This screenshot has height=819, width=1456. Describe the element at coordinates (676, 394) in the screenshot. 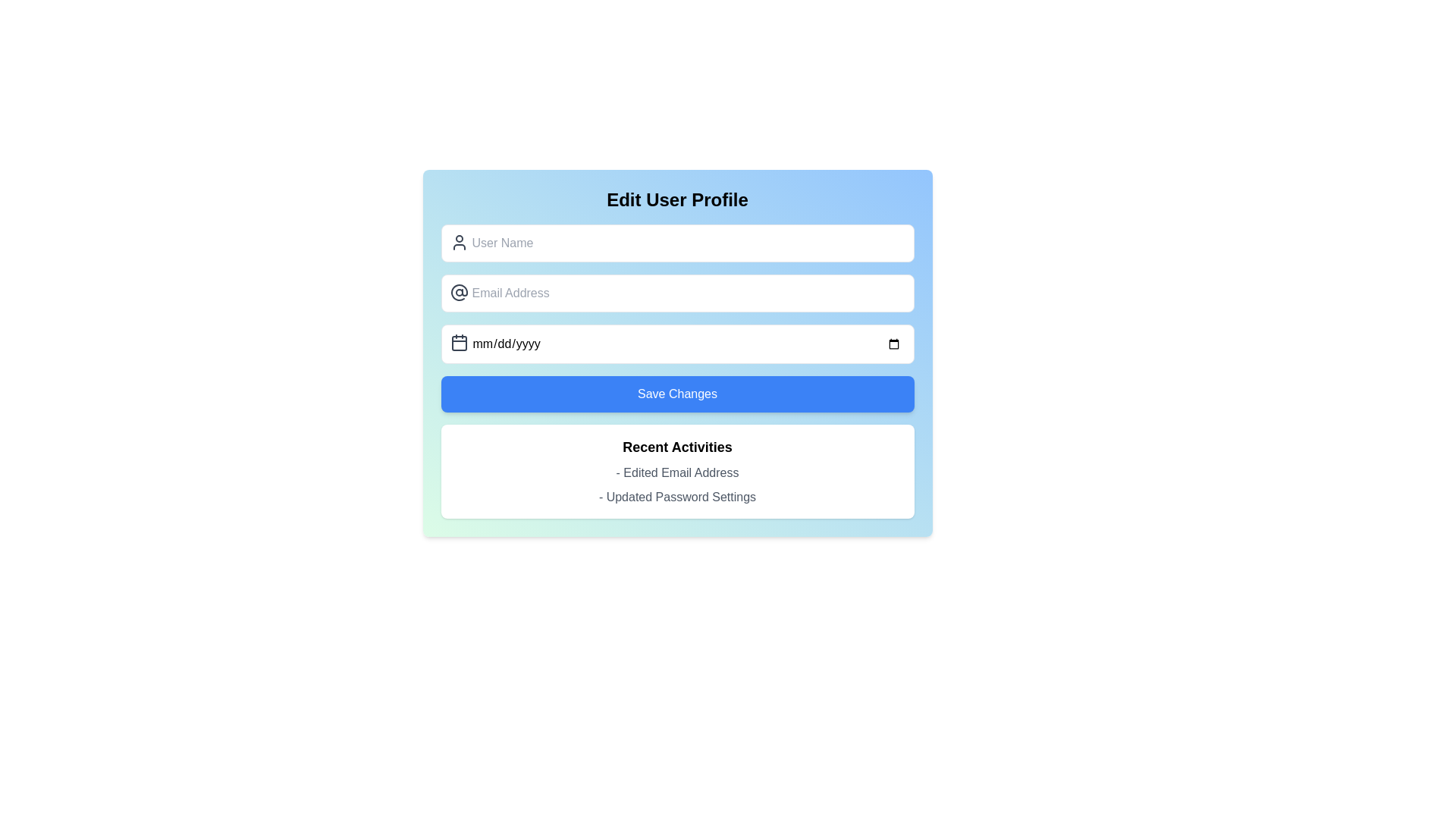

I see `the 'Save Changes' button` at that location.